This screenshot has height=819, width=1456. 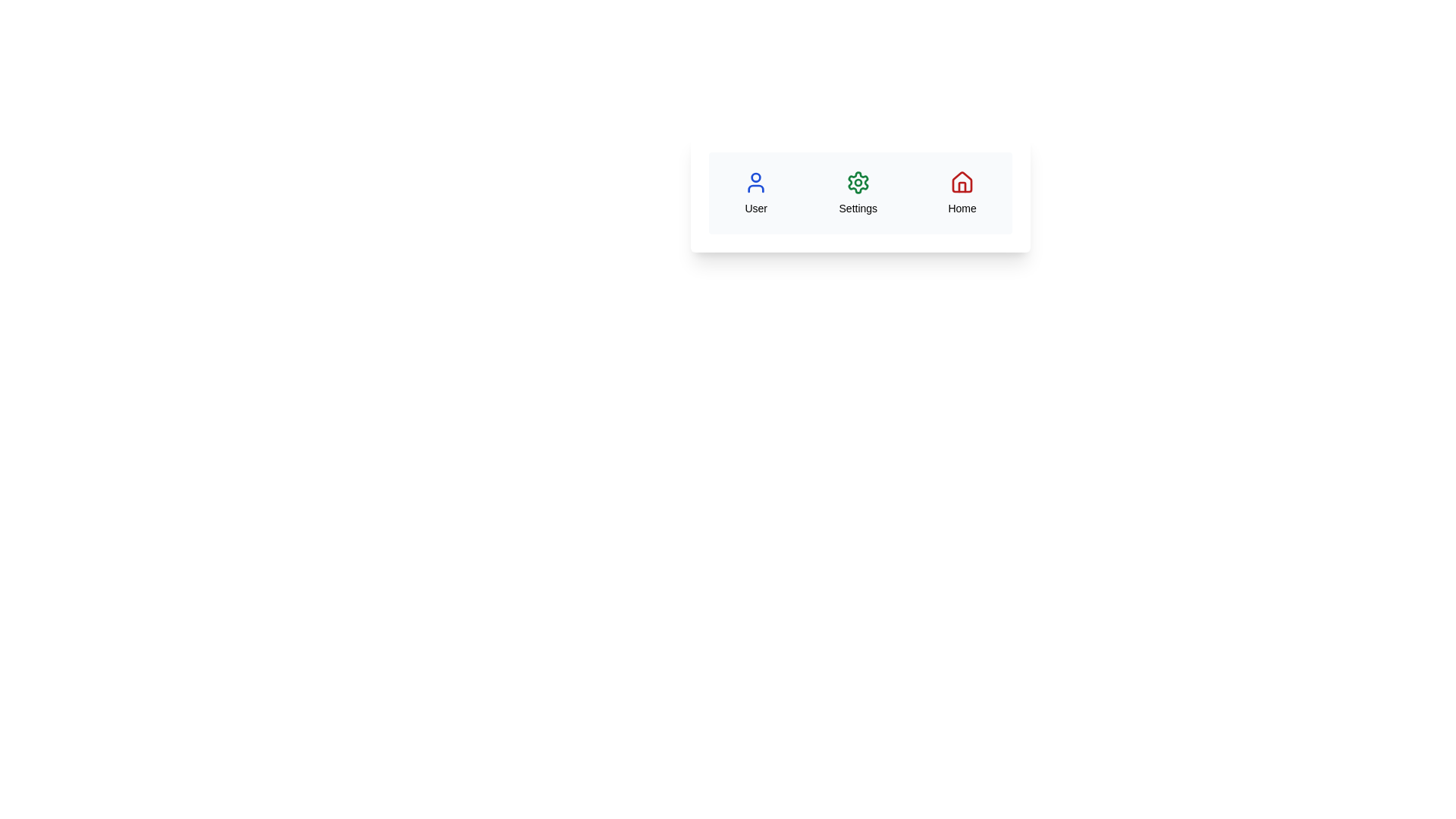 What do you see at coordinates (858, 192) in the screenshot?
I see `the navigation button for 'Settings' to trigger a visual effect, located centrally between 'User' and 'Home'` at bounding box center [858, 192].